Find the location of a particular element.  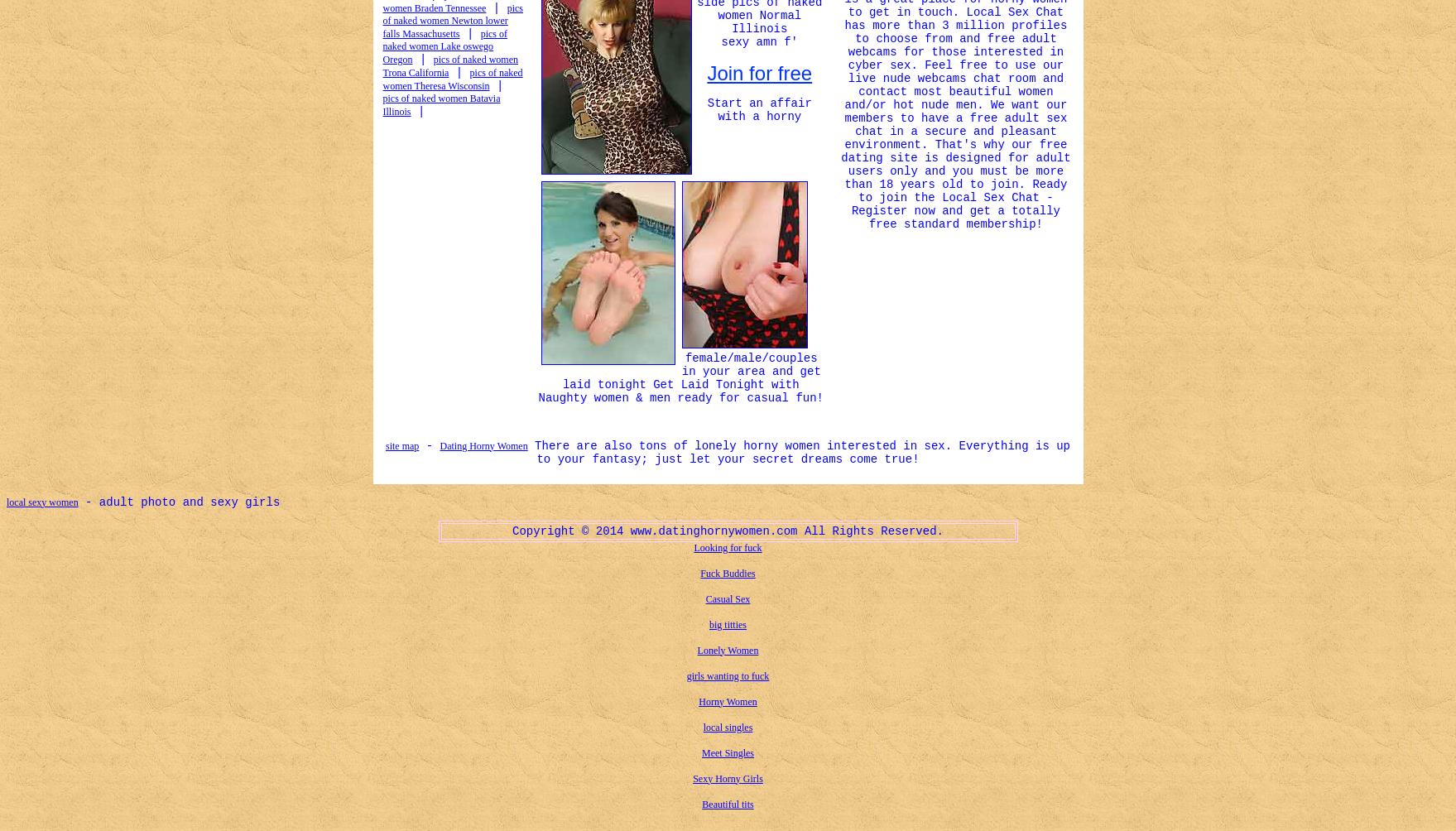

'local singles' is located at coordinates (727, 726).